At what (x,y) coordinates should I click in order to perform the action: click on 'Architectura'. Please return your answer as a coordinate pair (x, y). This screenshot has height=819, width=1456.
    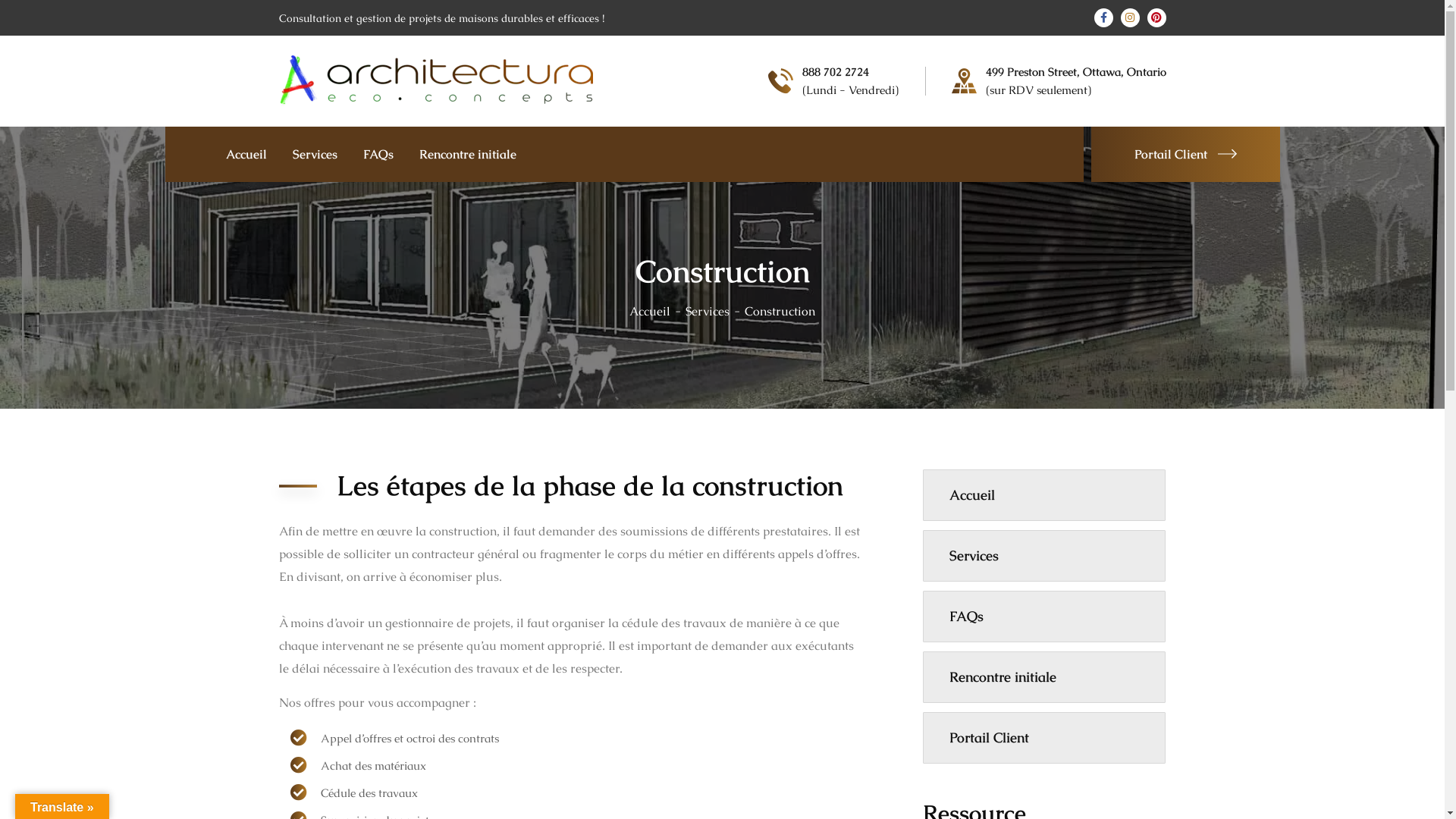
    Looking at the image, I should click on (435, 79).